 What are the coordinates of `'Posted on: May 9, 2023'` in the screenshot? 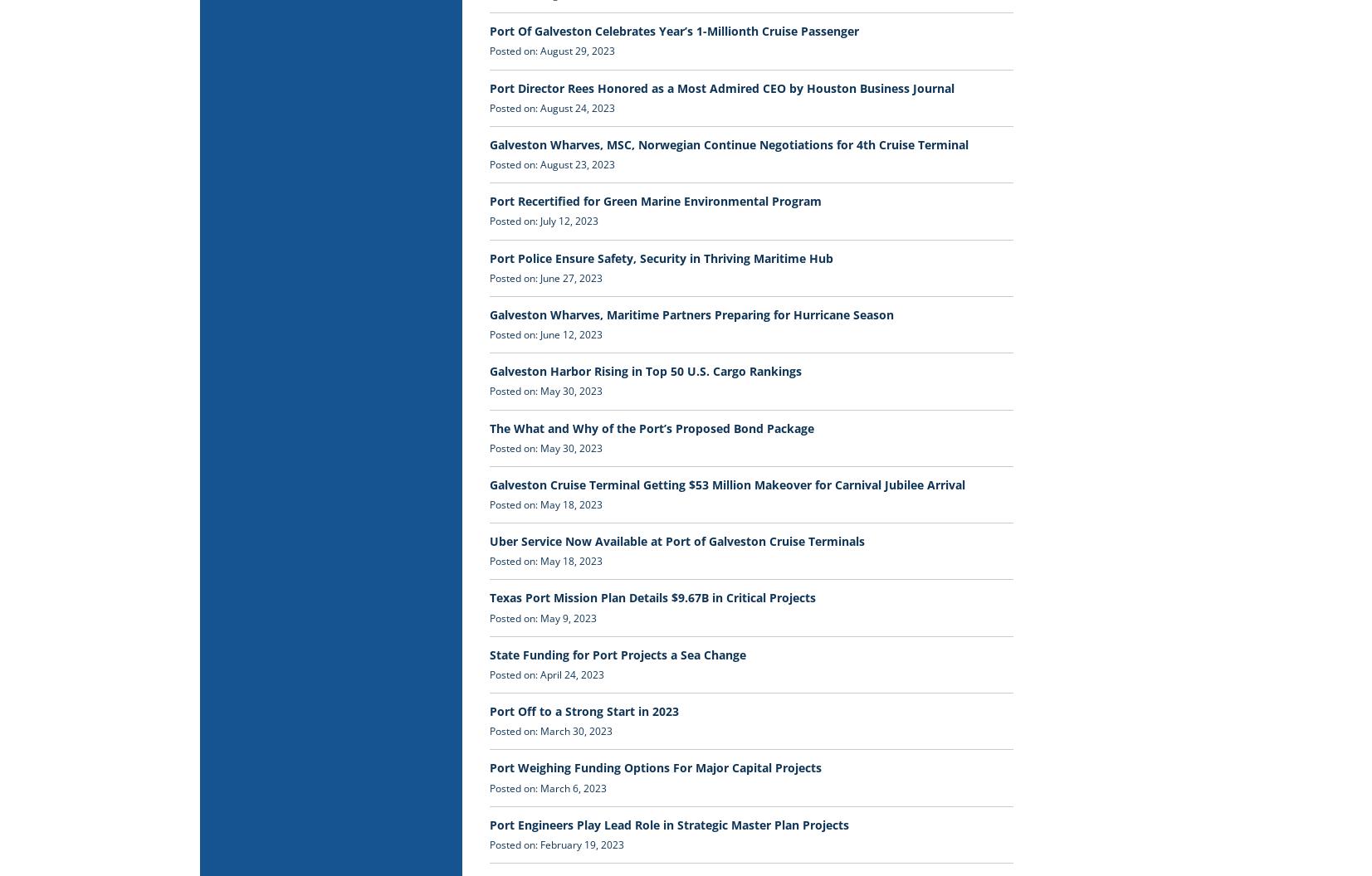 It's located at (488, 616).